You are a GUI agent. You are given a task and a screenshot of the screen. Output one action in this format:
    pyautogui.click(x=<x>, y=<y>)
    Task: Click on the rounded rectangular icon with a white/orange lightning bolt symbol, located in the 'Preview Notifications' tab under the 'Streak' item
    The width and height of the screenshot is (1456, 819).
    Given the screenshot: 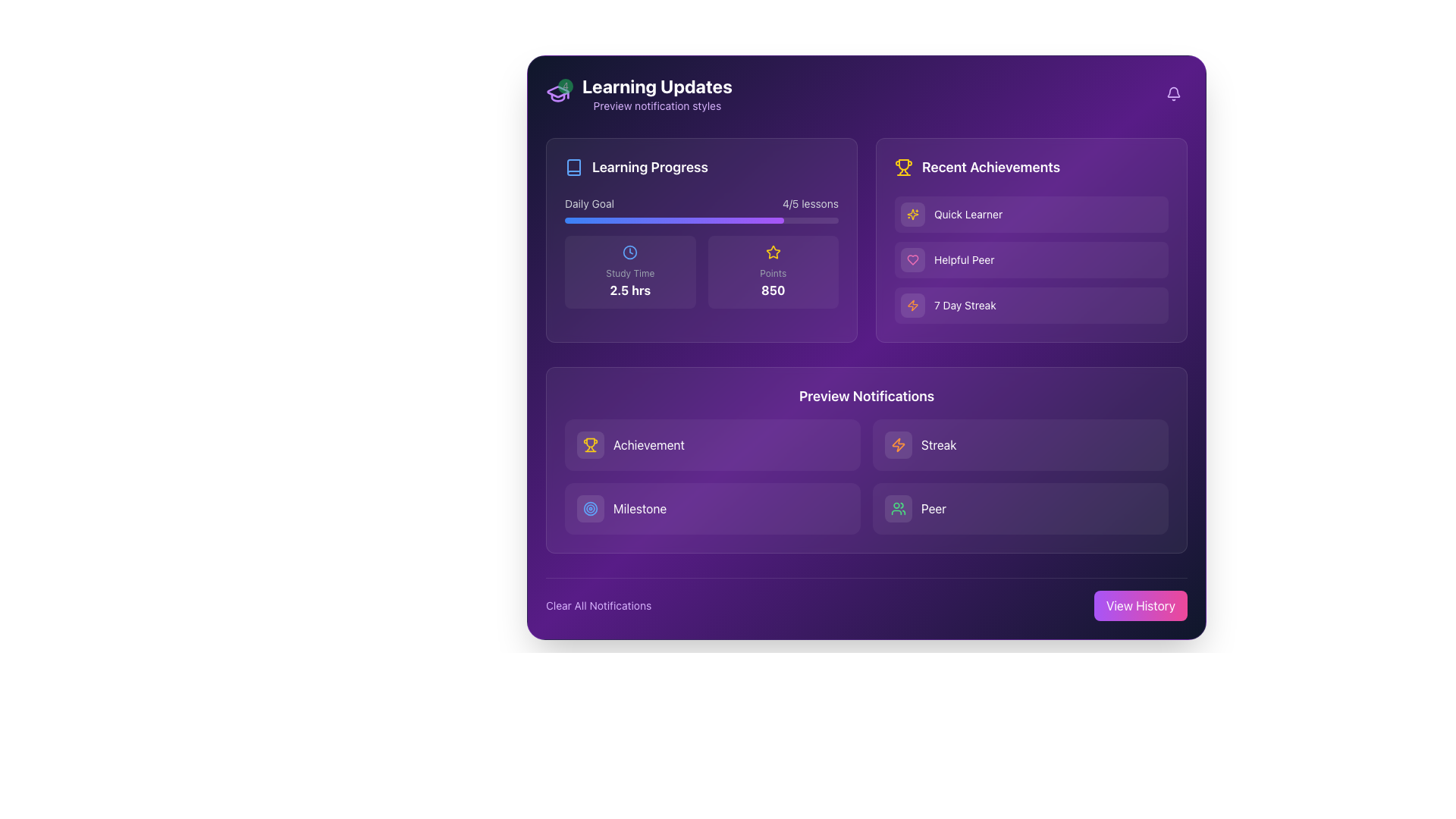 What is the action you would take?
    pyautogui.click(x=899, y=444)
    